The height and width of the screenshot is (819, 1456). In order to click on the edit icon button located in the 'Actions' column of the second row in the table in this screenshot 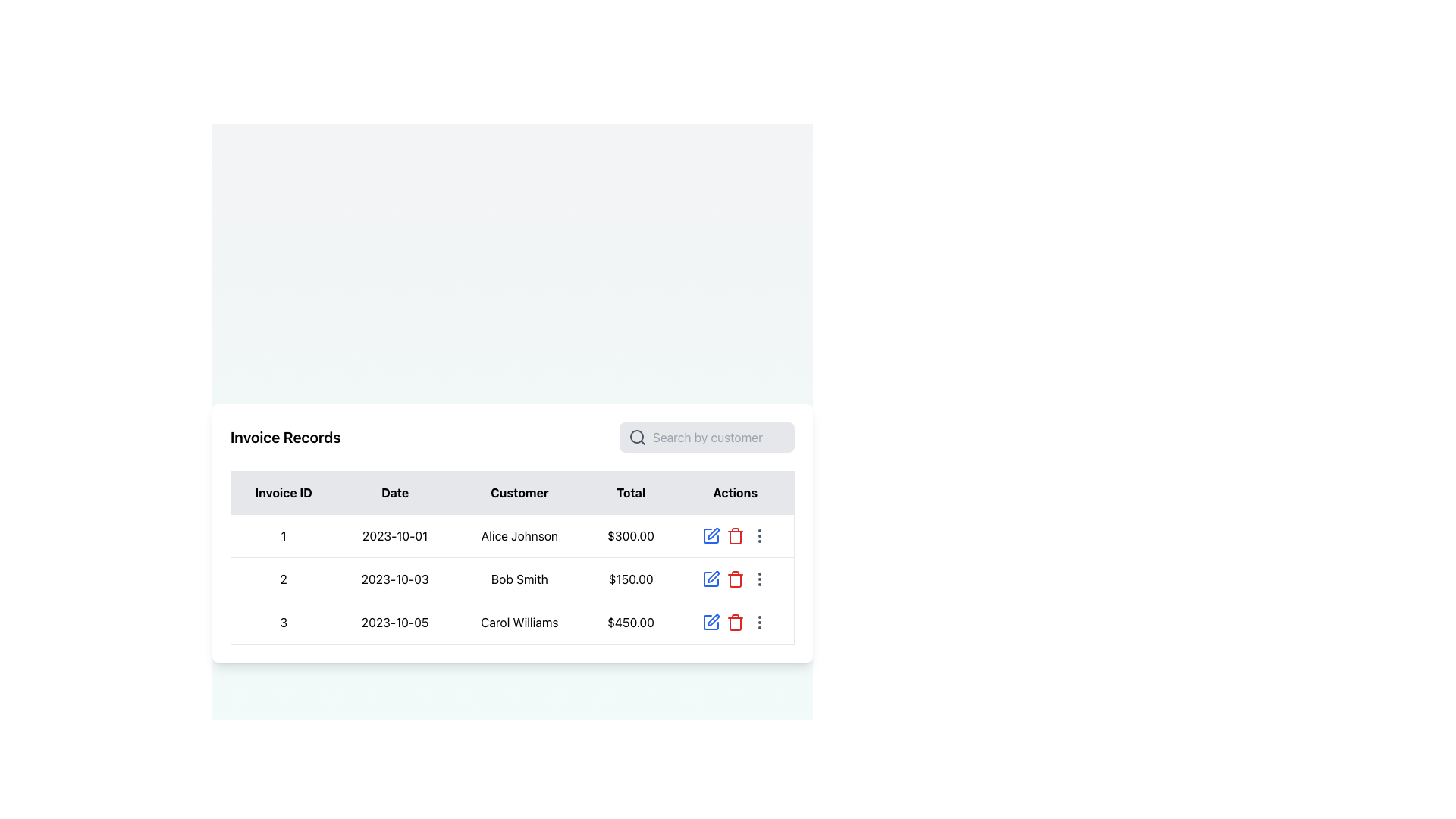, I will do `click(710, 579)`.